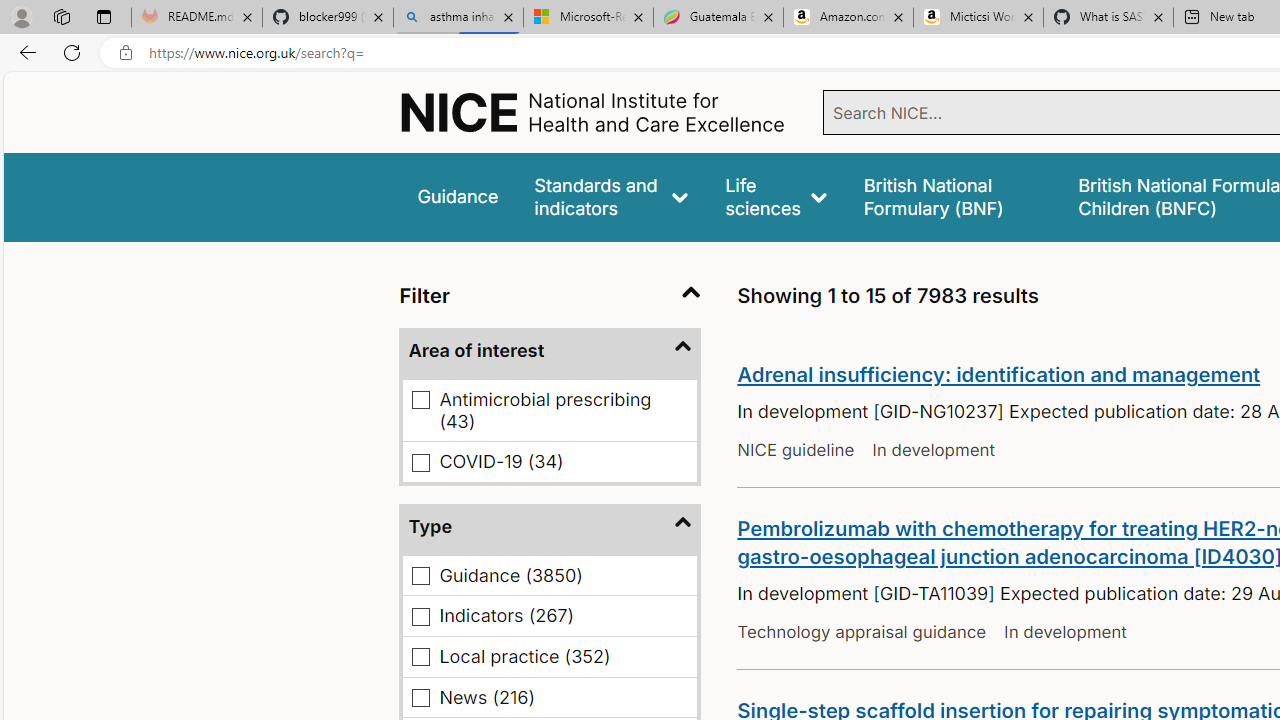 This screenshot has height=720, width=1280. I want to click on 'Filter', so click(550, 296).